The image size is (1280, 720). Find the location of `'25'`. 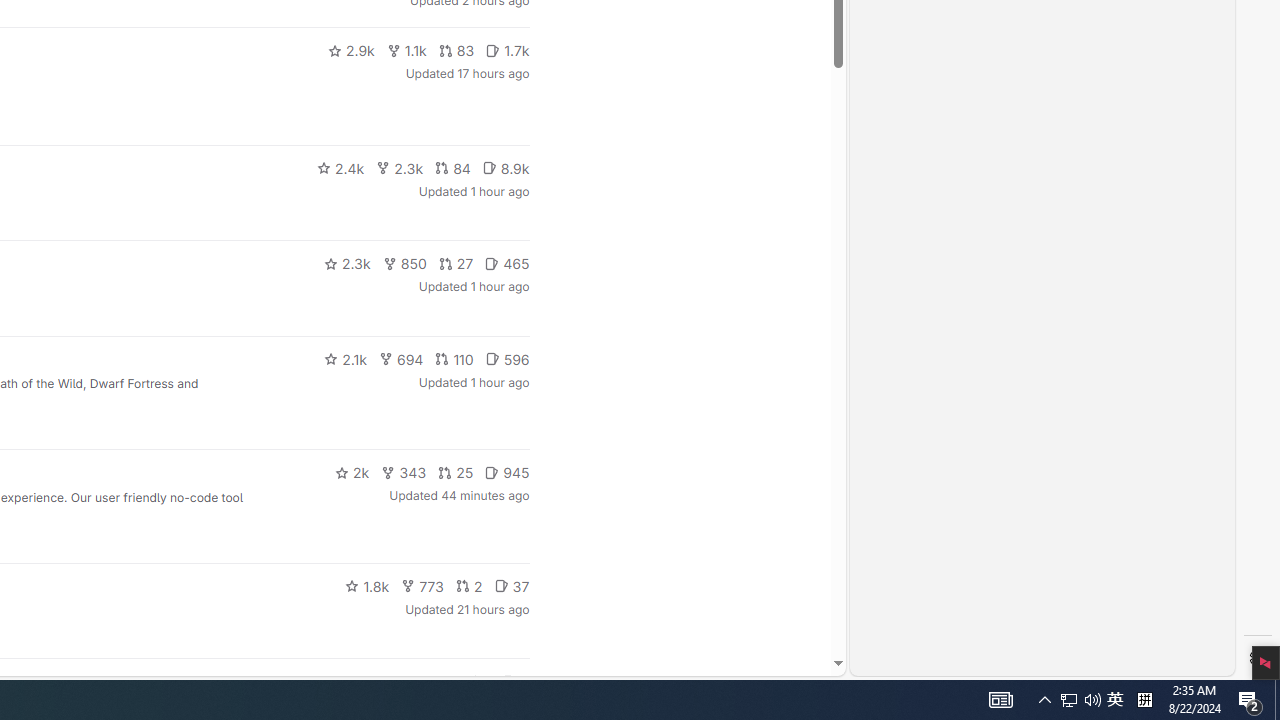

'25' is located at coordinates (454, 473).